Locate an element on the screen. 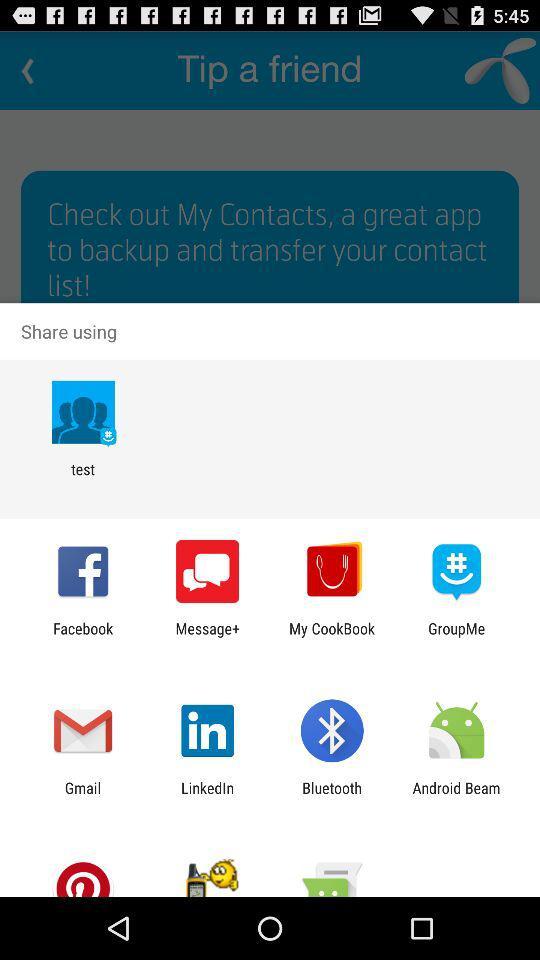  the test app is located at coordinates (82, 478).